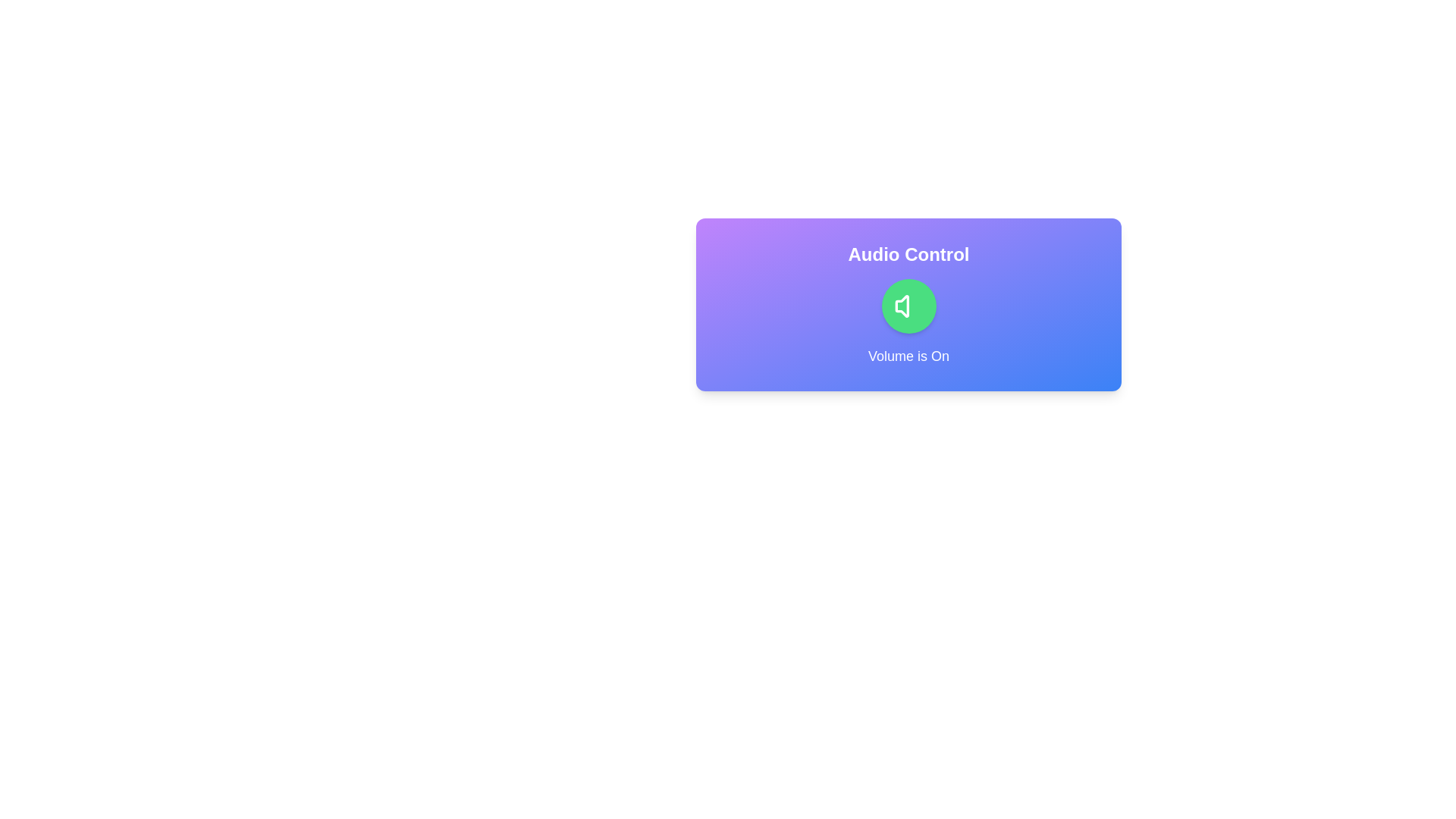 Image resolution: width=1456 pixels, height=819 pixels. What do you see at coordinates (908, 306) in the screenshot?
I see `the mute button to toggle the mute state` at bounding box center [908, 306].